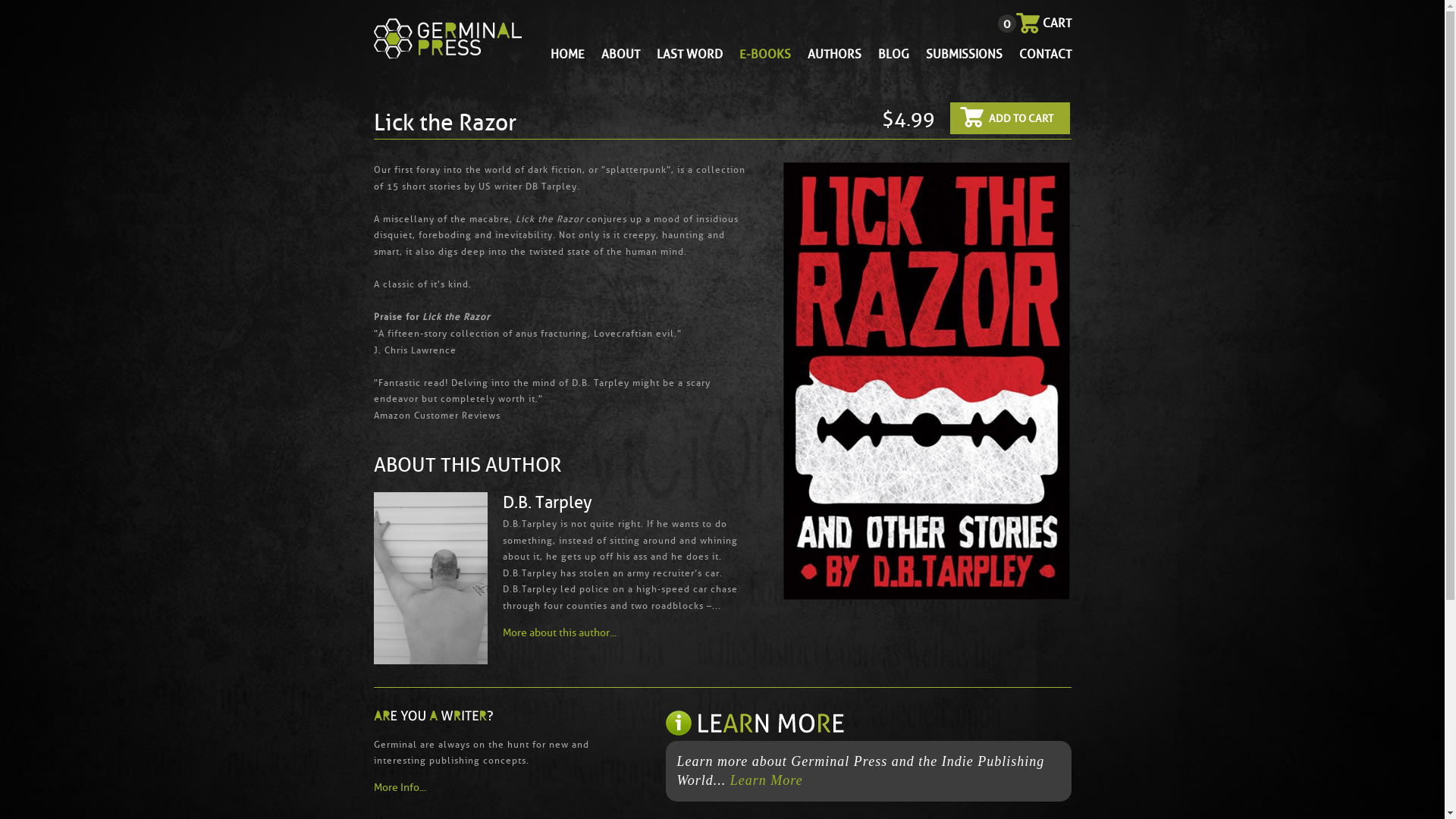 Image resolution: width=1456 pixels, height=819 pixels. Describe the element at coordinates (1043, 23) in the screenshot. I see `'0` at that location.